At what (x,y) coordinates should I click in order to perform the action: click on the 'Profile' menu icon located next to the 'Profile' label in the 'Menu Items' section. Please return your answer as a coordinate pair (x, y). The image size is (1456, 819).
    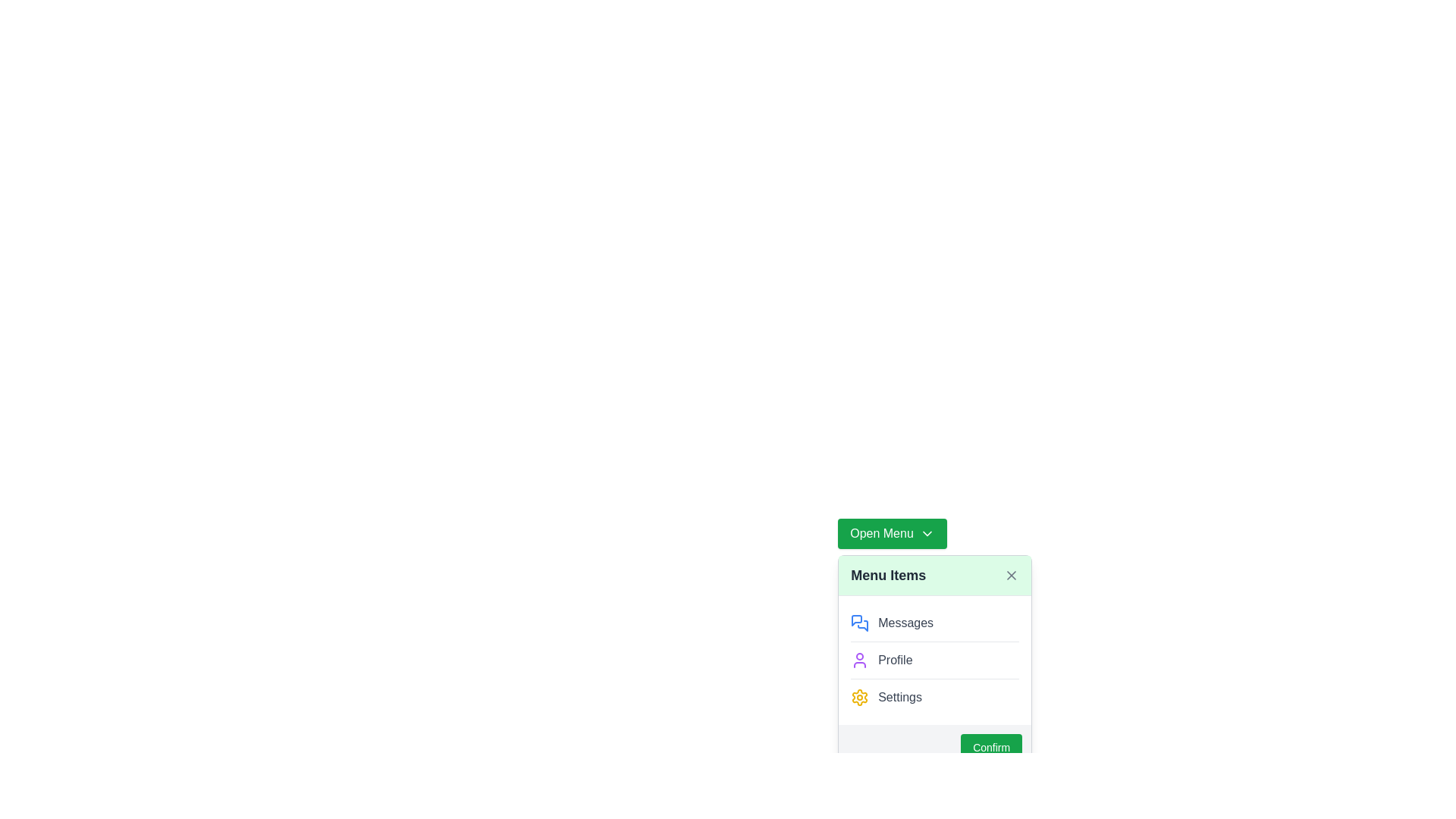
    Looking at the image, I should click on (860, 660).